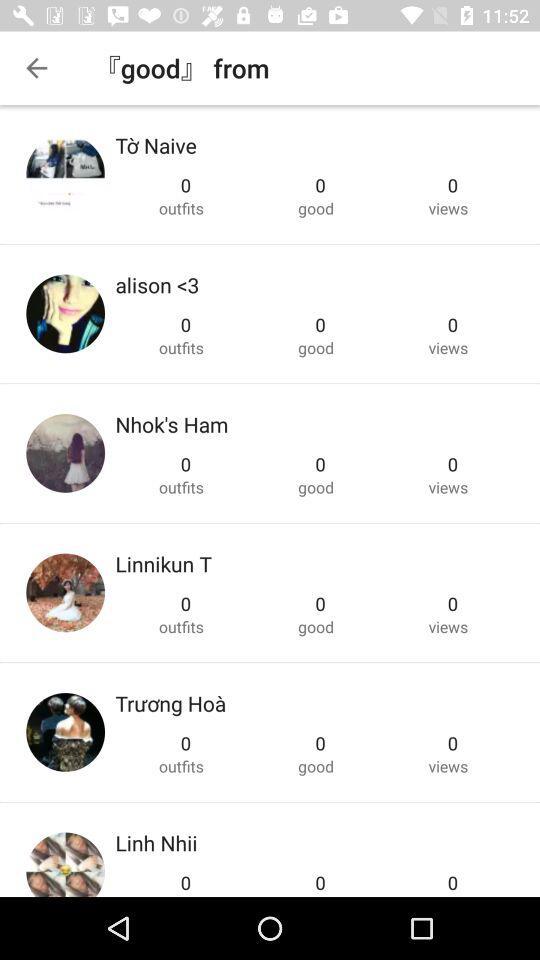 This screenshot has width=540, height=960. Describe the element at coordinates (171, 424) in the screenshot. I see `the nhok's ham` at that location.